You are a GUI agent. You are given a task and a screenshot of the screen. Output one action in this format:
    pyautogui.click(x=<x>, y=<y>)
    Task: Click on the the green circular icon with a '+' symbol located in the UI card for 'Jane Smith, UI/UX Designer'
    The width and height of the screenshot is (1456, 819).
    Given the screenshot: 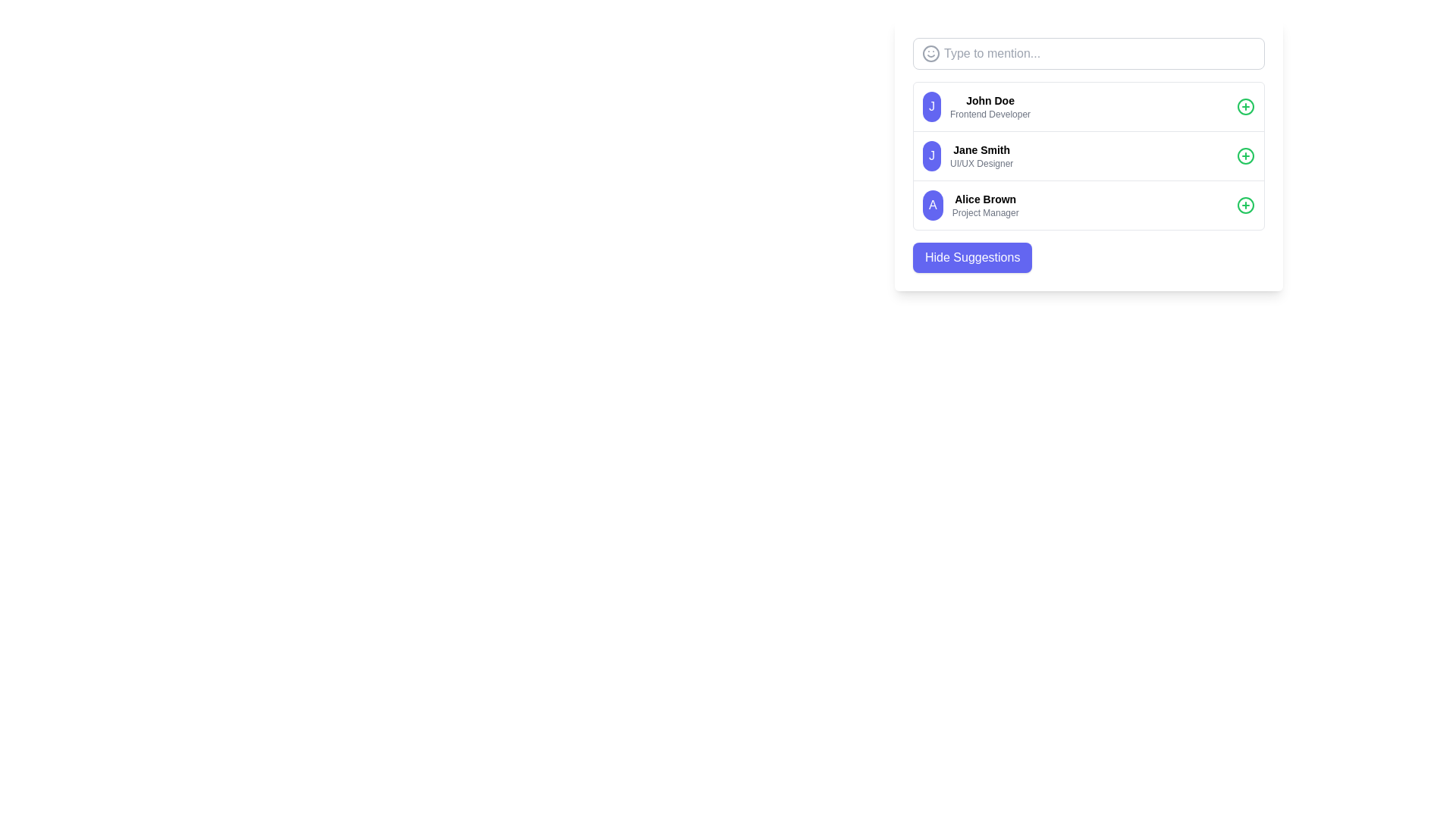 What is the action you would take?
    pyautogui.click(x=1245, y=155)
    